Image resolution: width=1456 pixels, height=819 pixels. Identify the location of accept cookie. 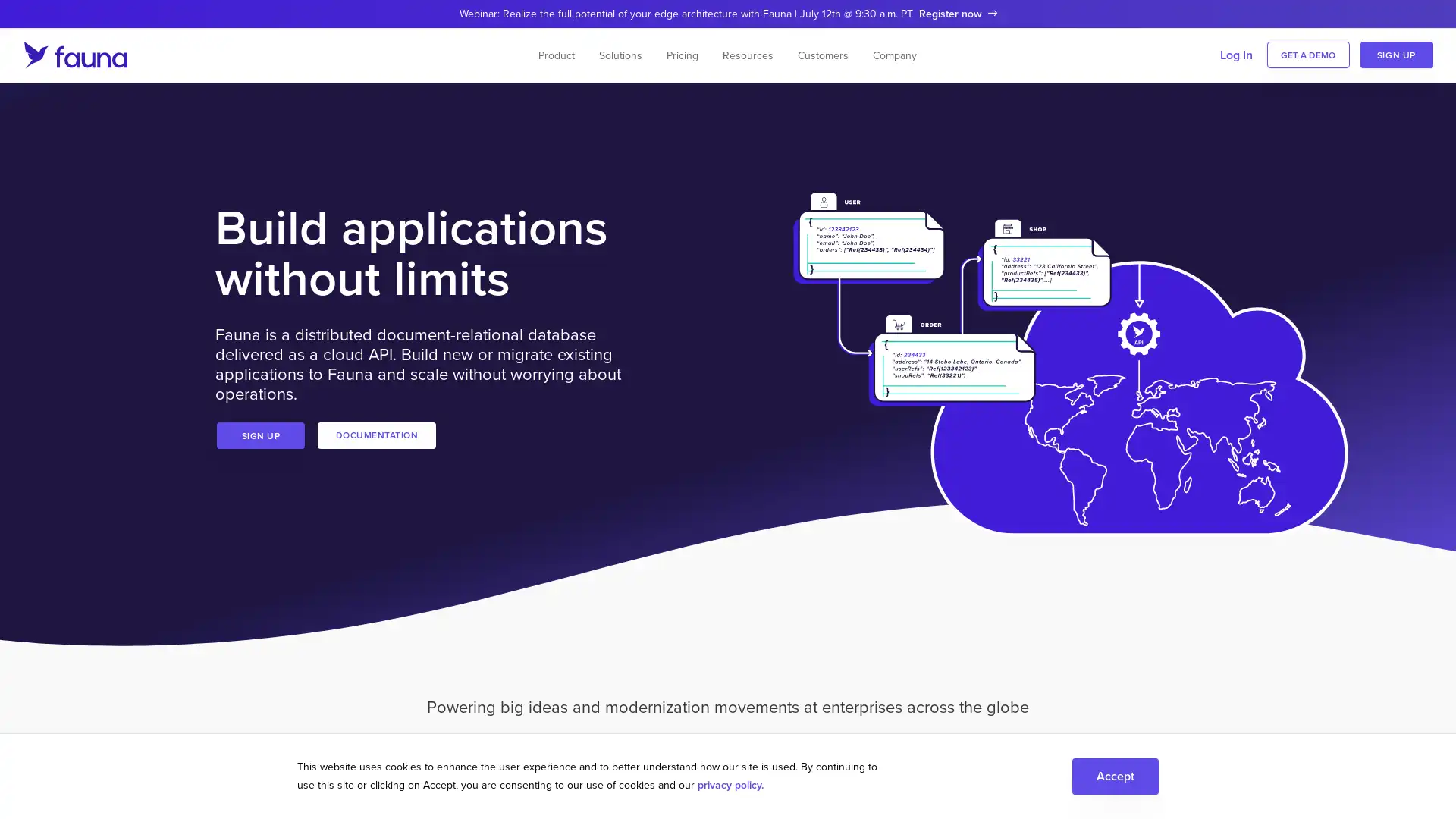
(1115, 775).